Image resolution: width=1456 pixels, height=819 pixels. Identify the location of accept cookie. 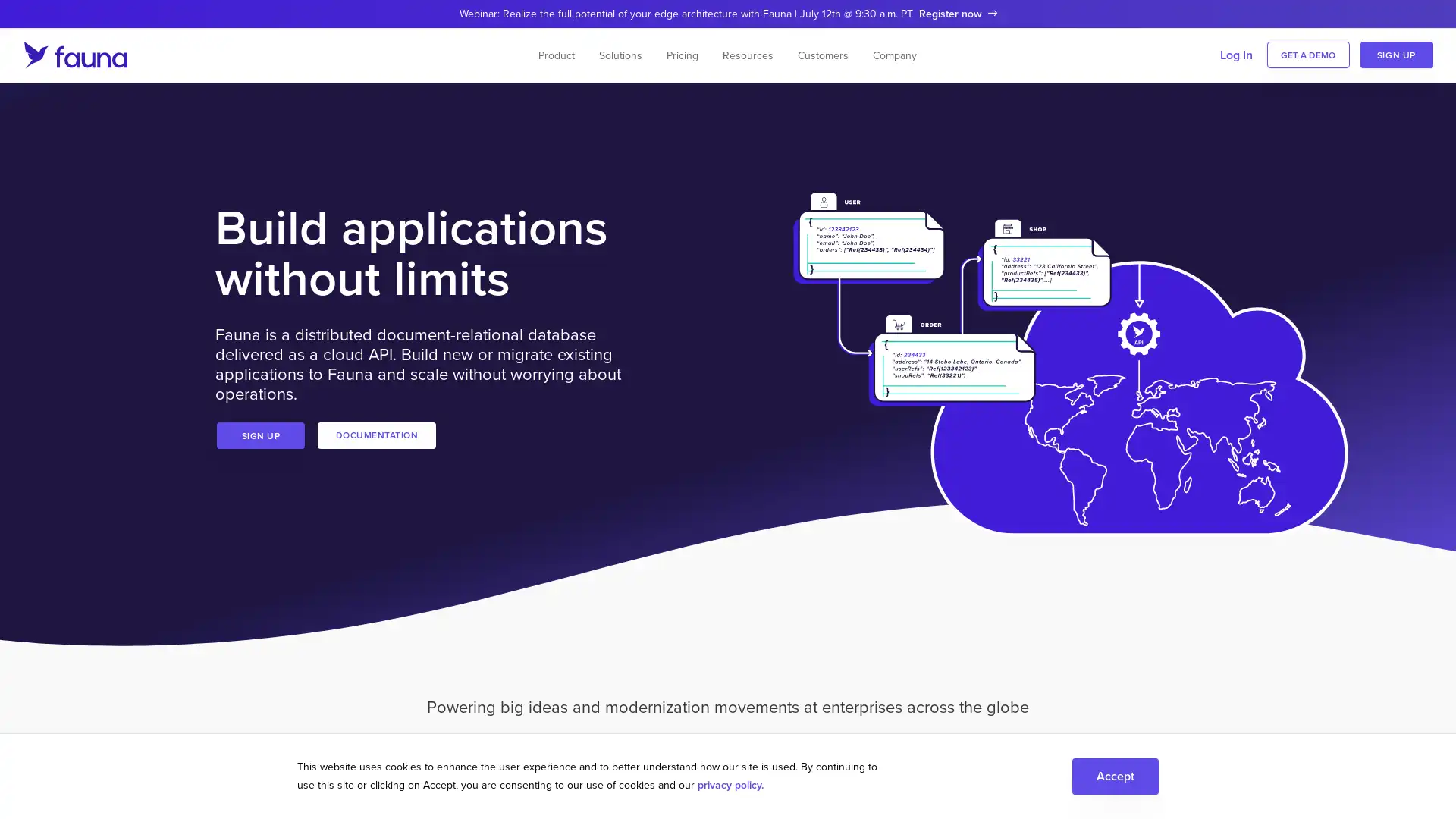
(1115, 775).